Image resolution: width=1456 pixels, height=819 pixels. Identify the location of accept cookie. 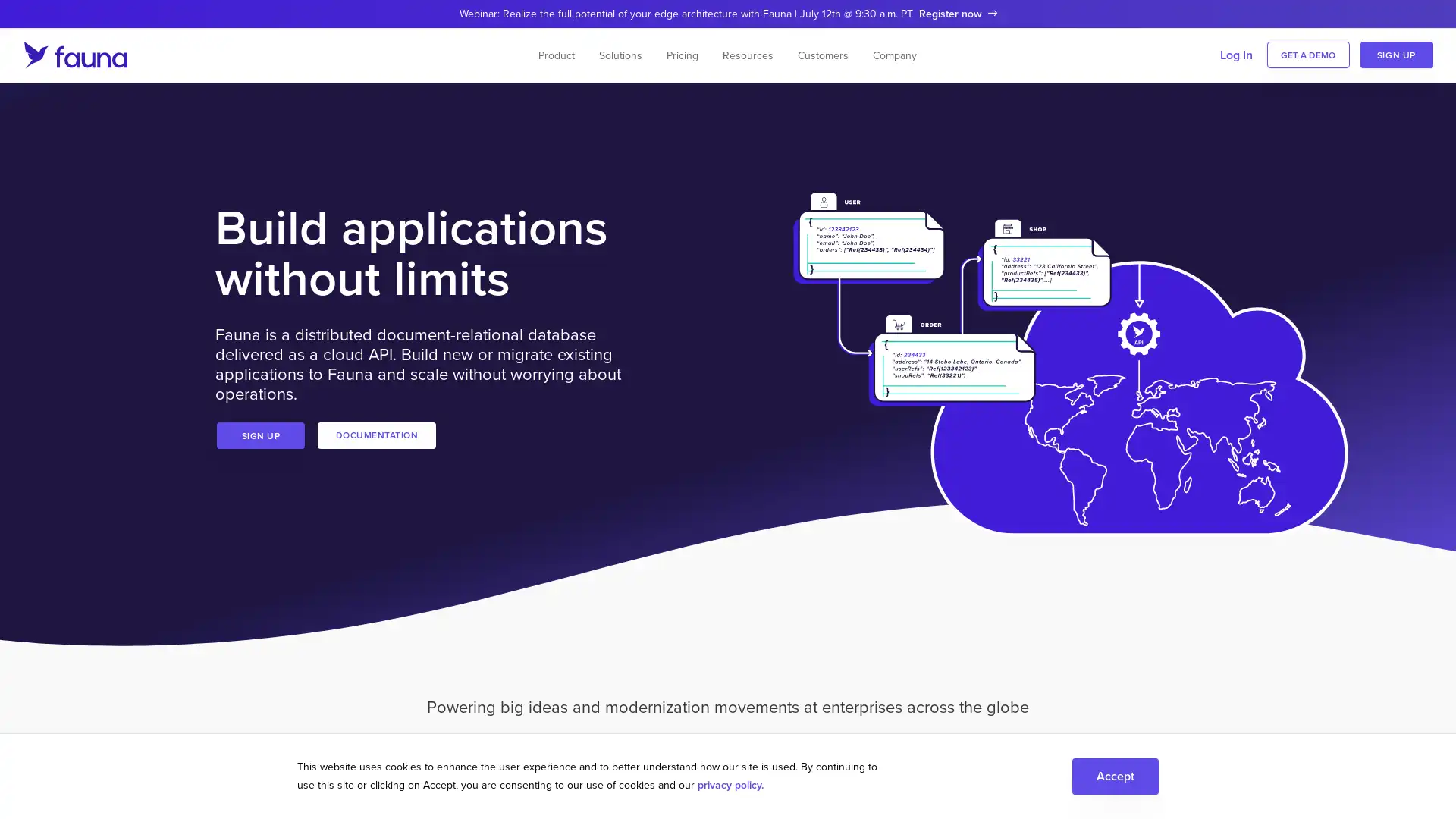
(1115, 775).